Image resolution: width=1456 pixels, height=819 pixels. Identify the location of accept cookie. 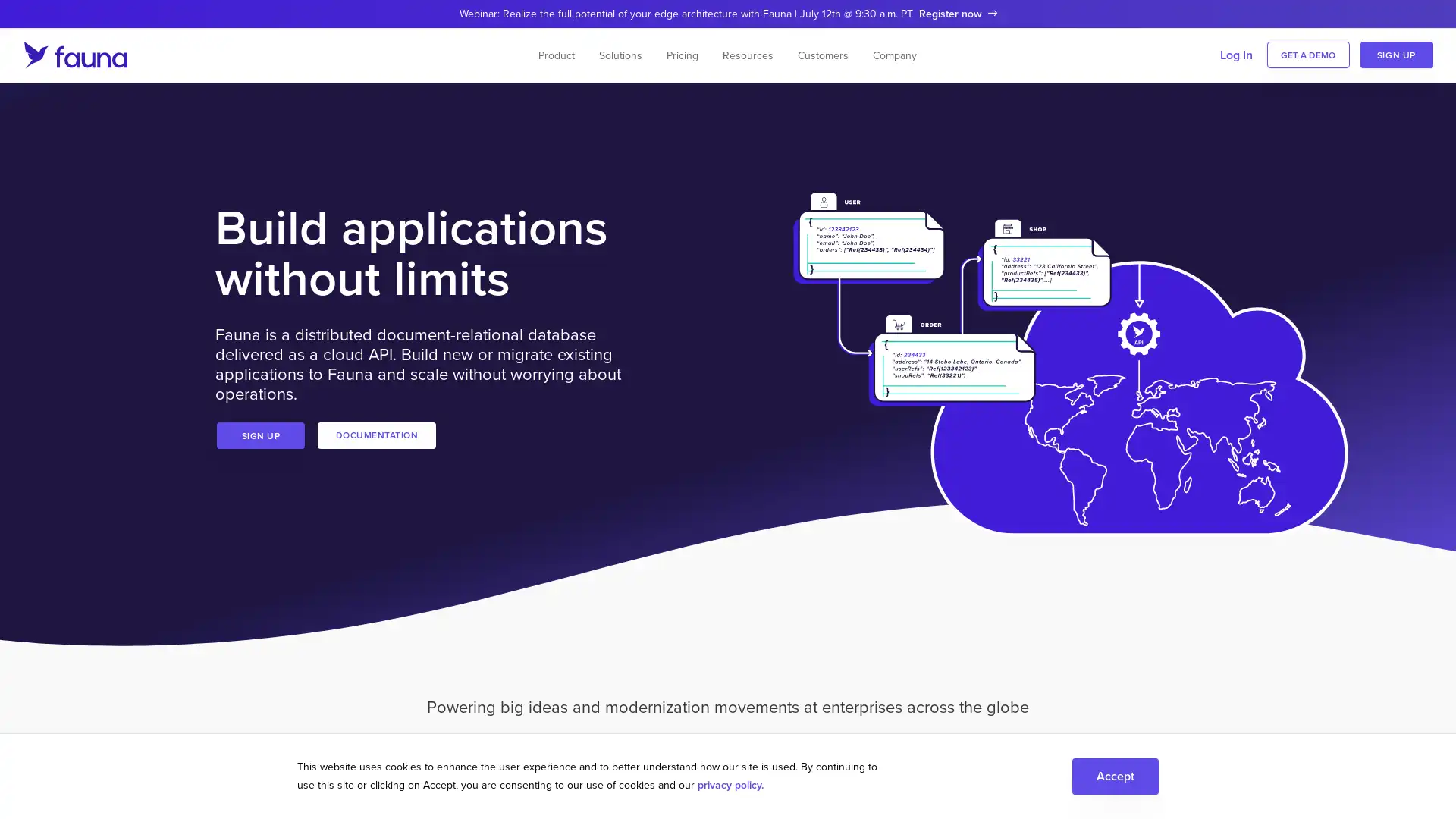
(1115, 775).